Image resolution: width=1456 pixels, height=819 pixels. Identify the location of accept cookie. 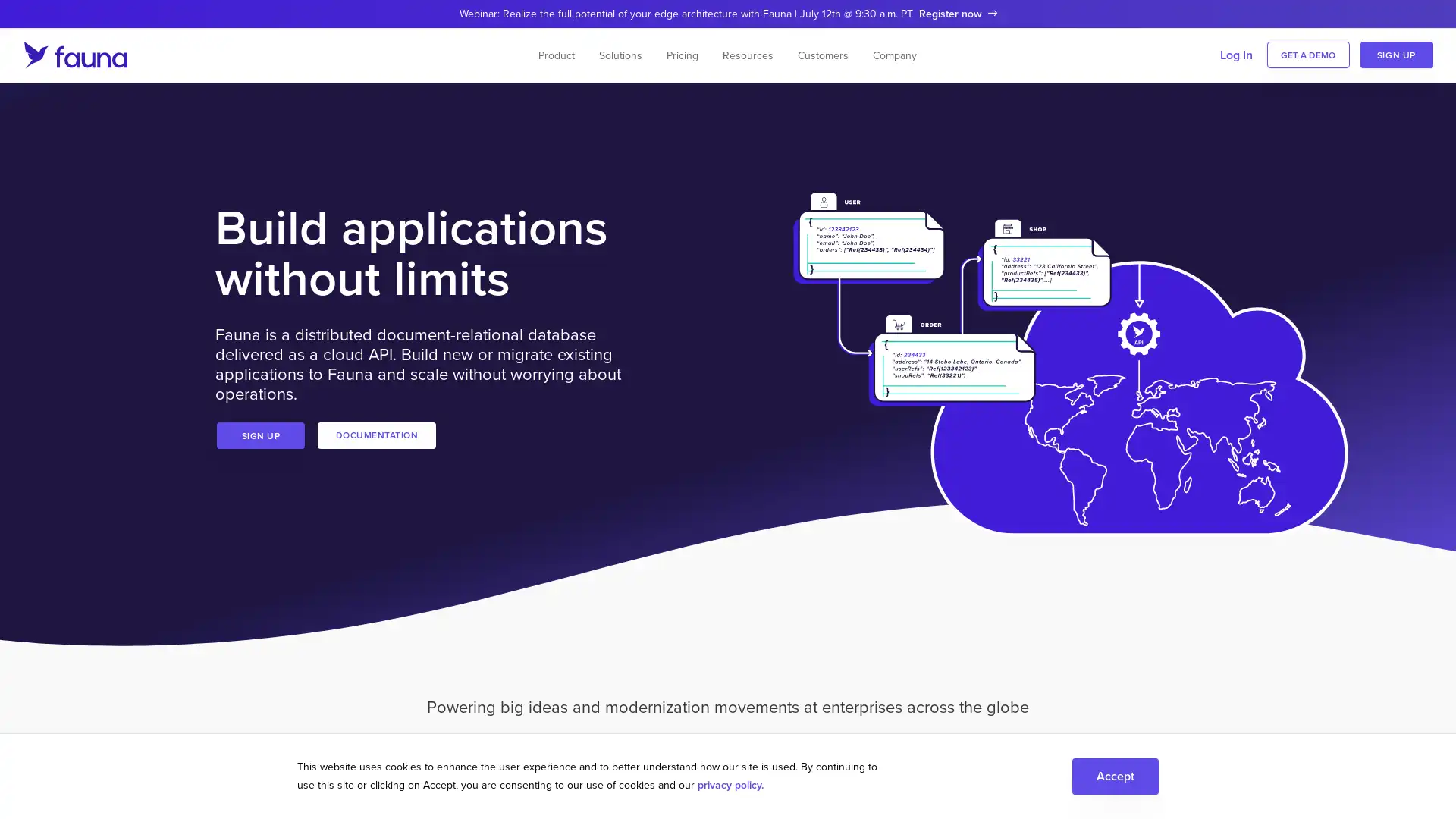
(1115, 775).